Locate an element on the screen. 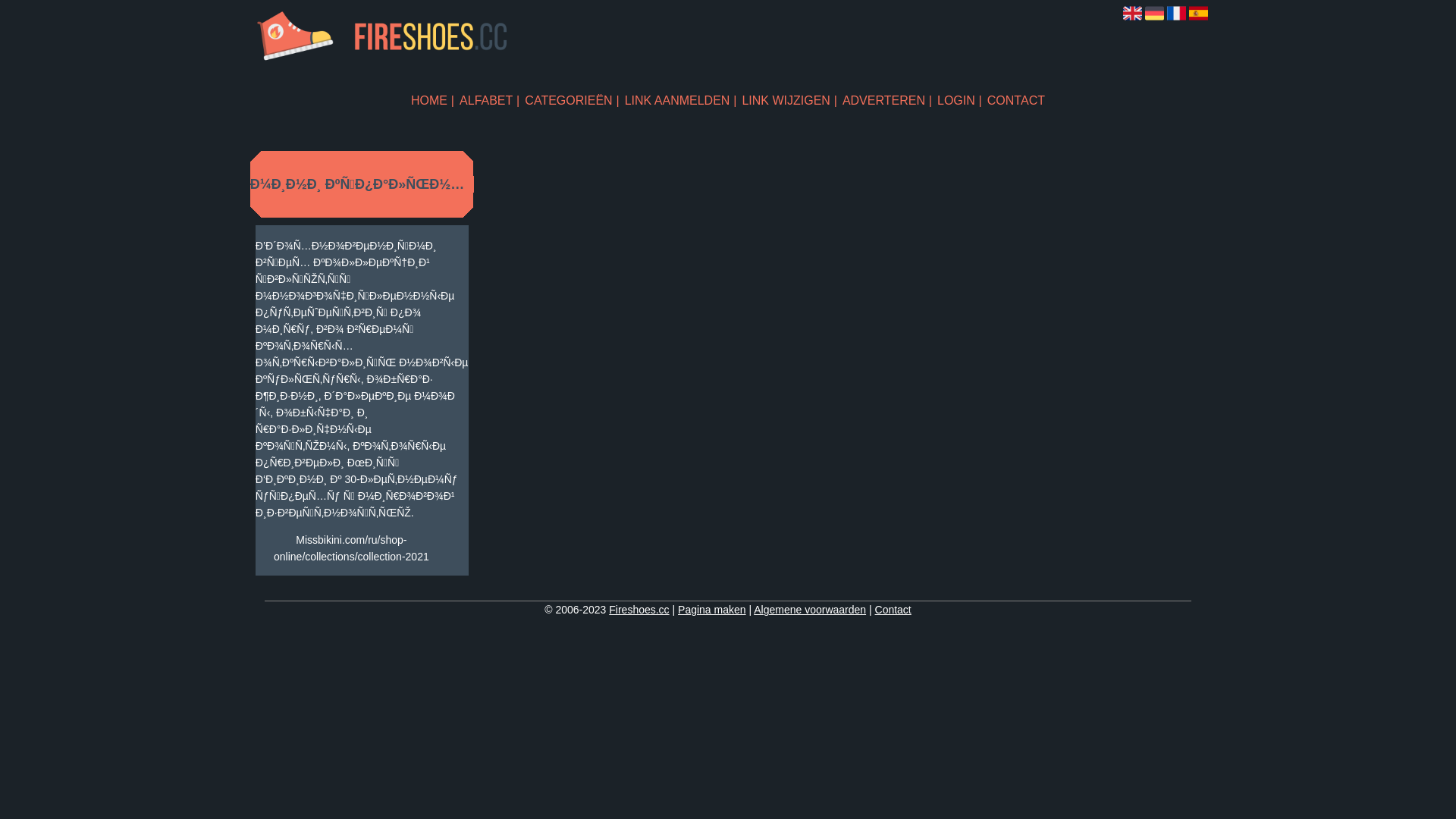 This screenshot has height=819, width=1456. 'CONTACT' is located at coordinates (987, 100).